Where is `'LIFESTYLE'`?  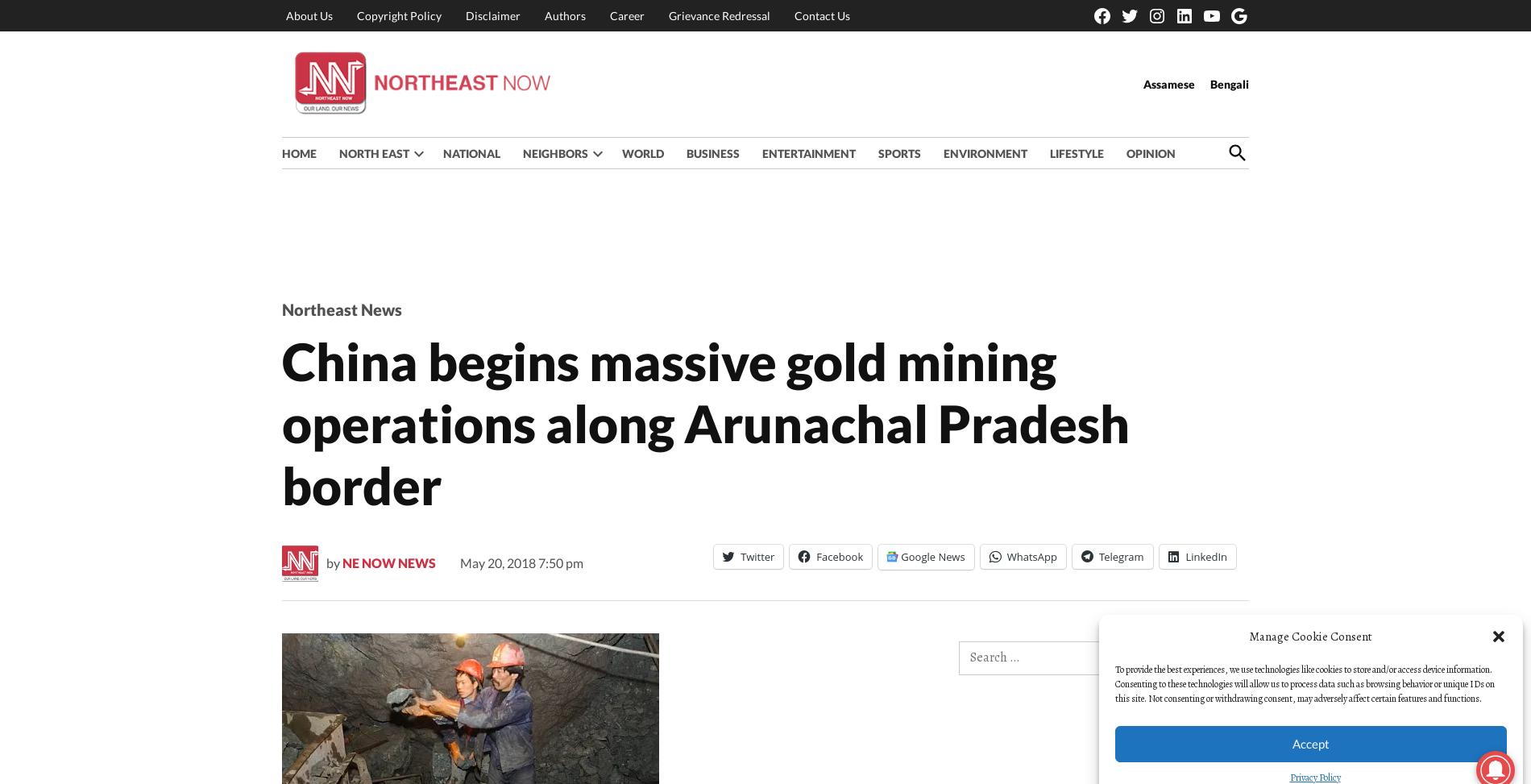
'LIFESTYLE' is located at coordinates (1076, 152).